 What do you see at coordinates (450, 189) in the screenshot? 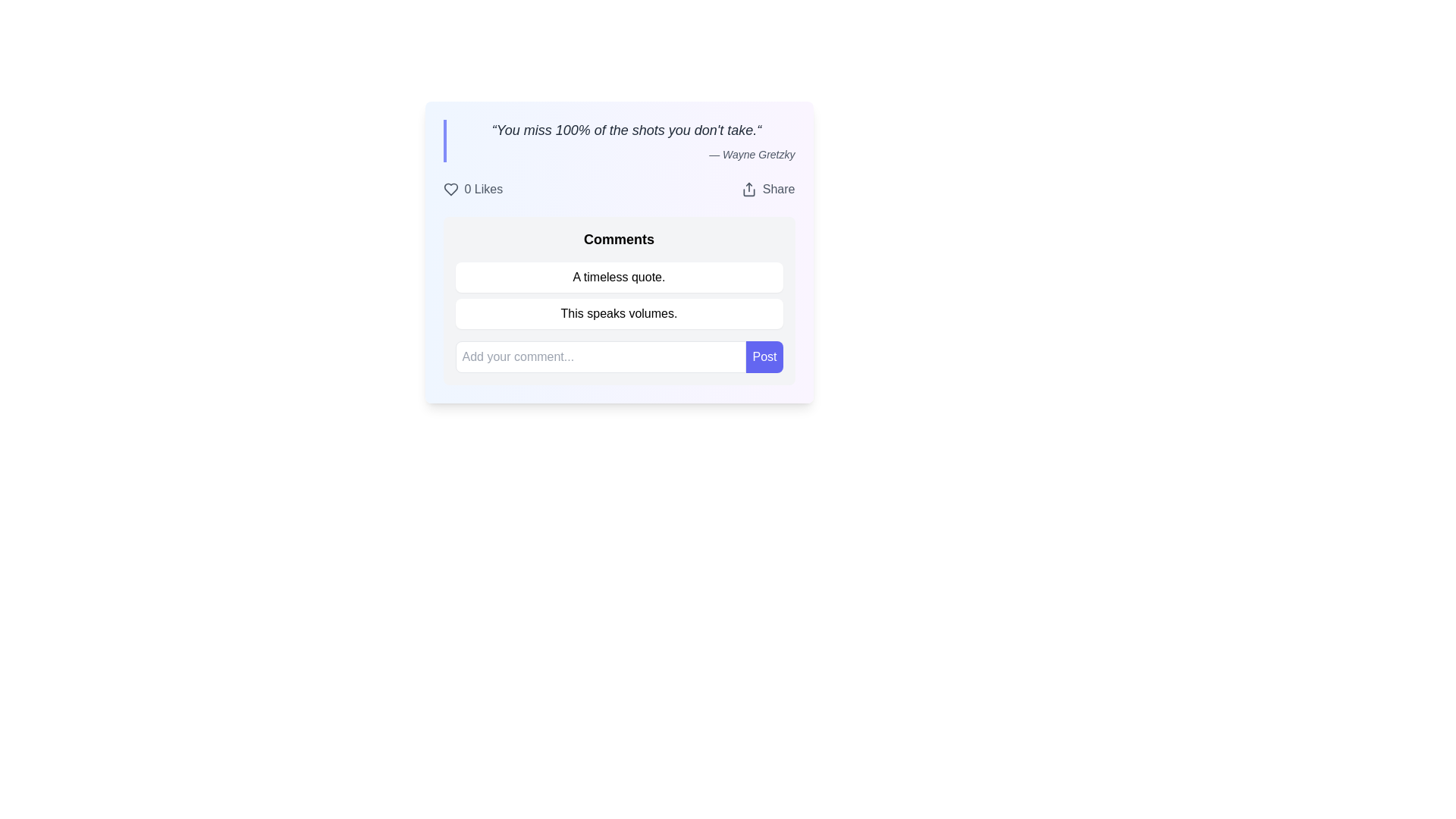
I see `the heart-shaped vector graphic icon located in the top-left section of the interface, adjacent to the '0 Likes' text, as part of the interface` at bounding box center [450, 189].